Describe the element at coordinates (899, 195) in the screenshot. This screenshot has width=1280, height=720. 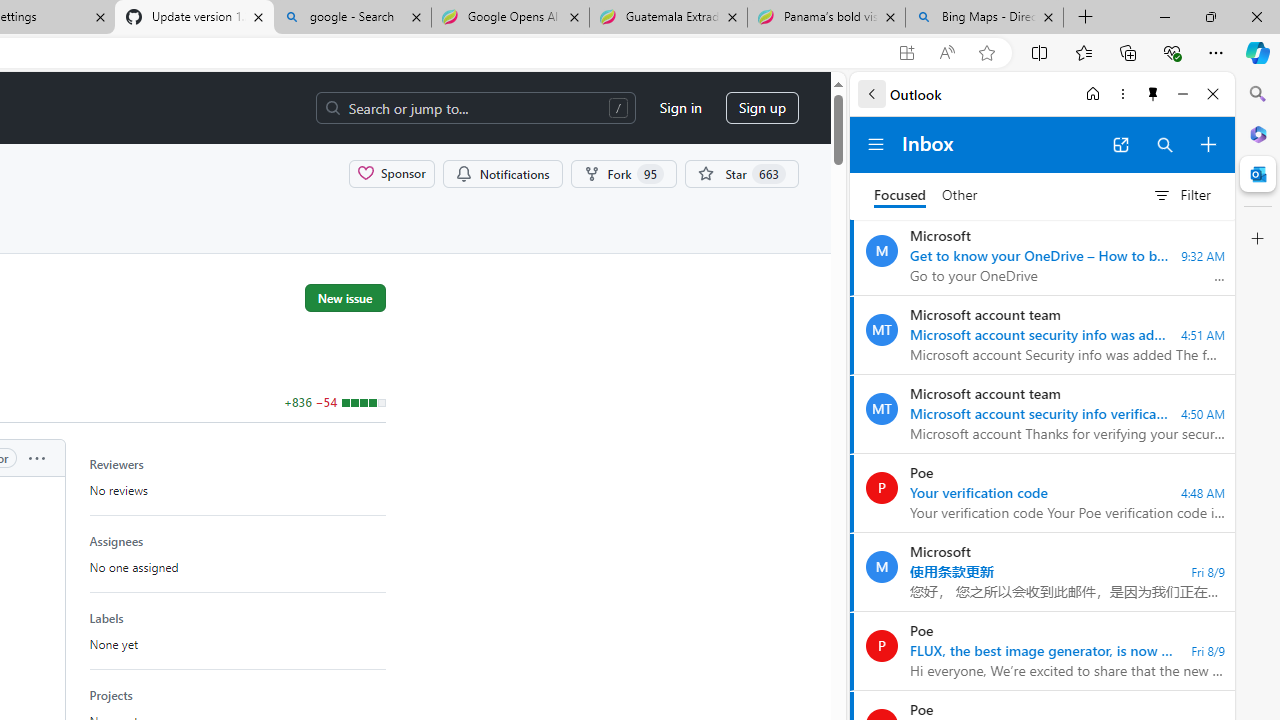
I see `'Focused'` at that location.